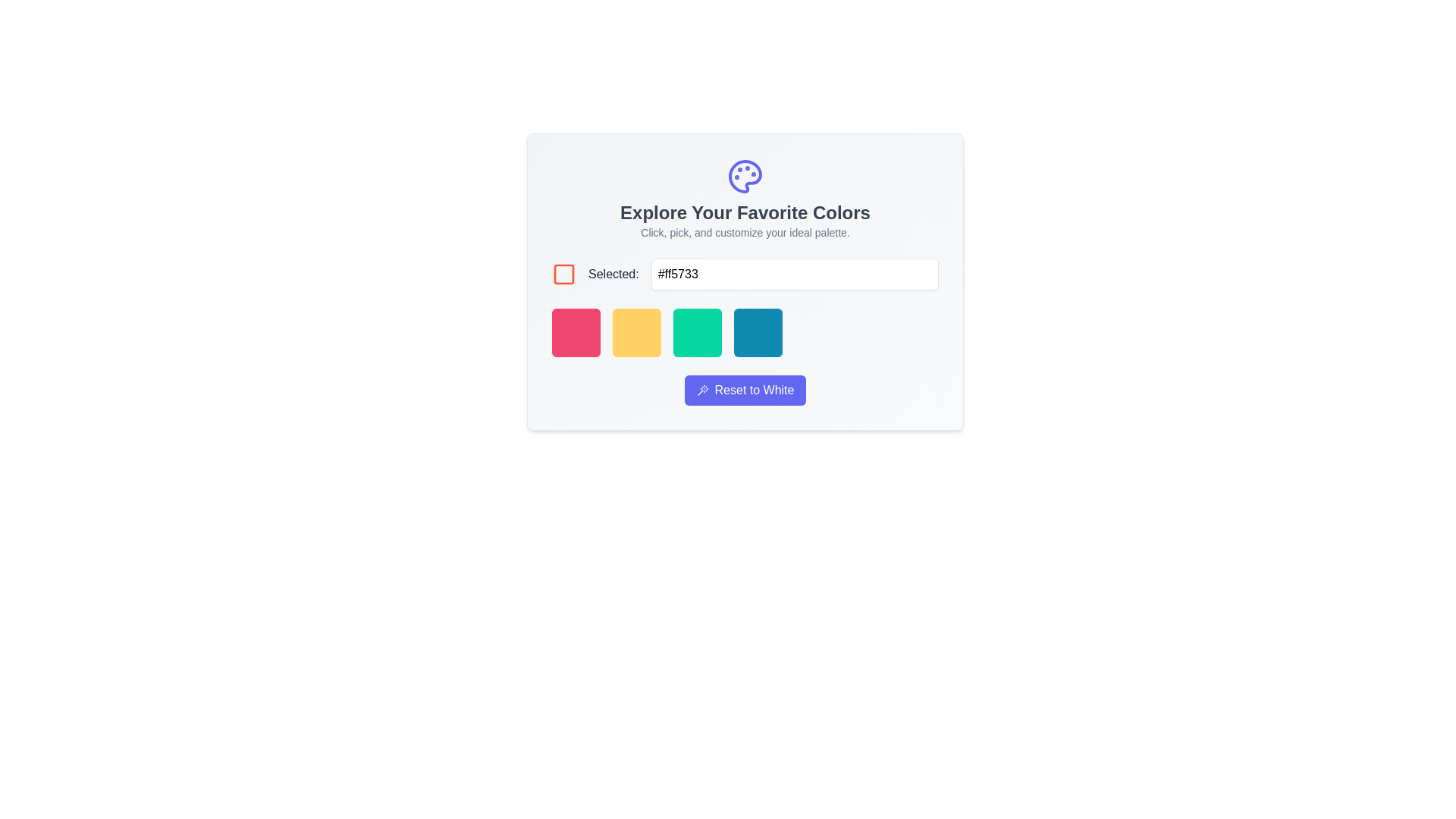 The height and width of the screenshot is (819, 1456). Describe the element at coordinates (697, 332) in the screenshot. I see `the green button with rounded corners, which is the third button in a horizontal row of four buttons` at that location.